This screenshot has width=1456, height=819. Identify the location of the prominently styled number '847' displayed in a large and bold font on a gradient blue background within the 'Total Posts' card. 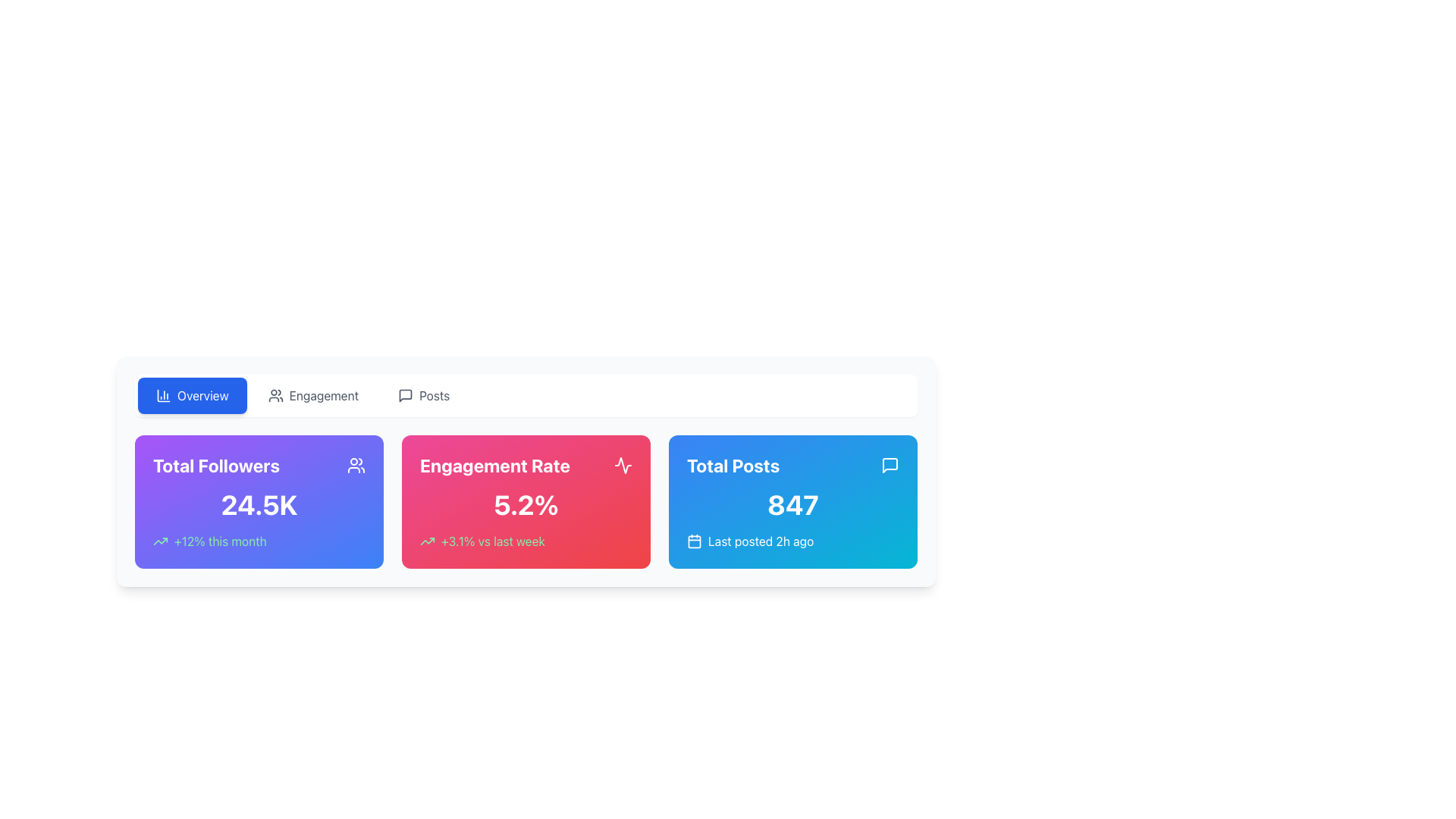
(792, 505).